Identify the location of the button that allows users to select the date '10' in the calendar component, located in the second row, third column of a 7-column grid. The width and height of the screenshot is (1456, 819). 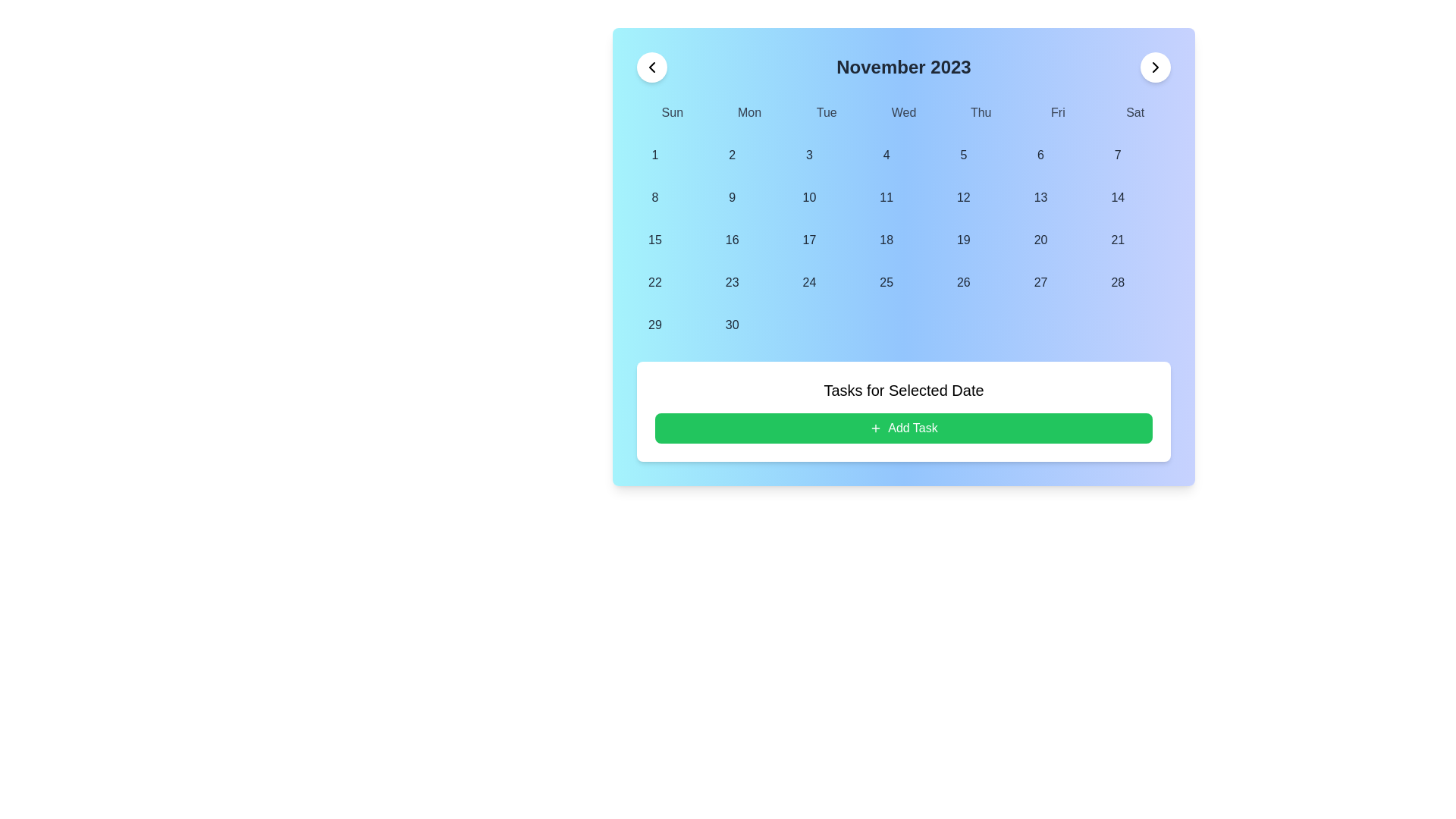
(808, 197).